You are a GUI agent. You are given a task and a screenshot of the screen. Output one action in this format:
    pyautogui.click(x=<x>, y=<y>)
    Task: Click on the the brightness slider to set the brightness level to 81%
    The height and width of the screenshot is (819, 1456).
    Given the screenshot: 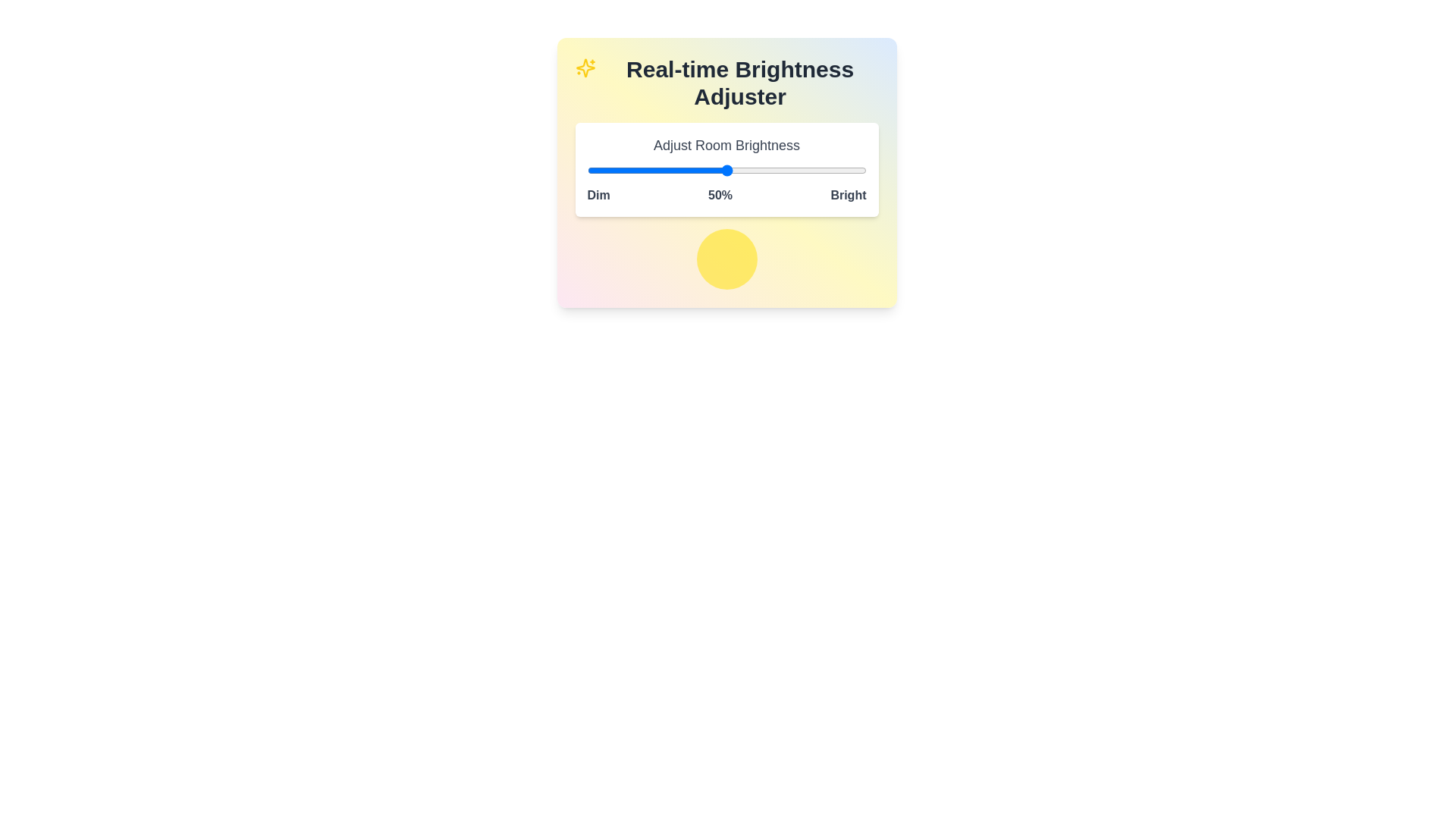 What is the action you would take?
    pyautogui.click(x=812, y=170)
    